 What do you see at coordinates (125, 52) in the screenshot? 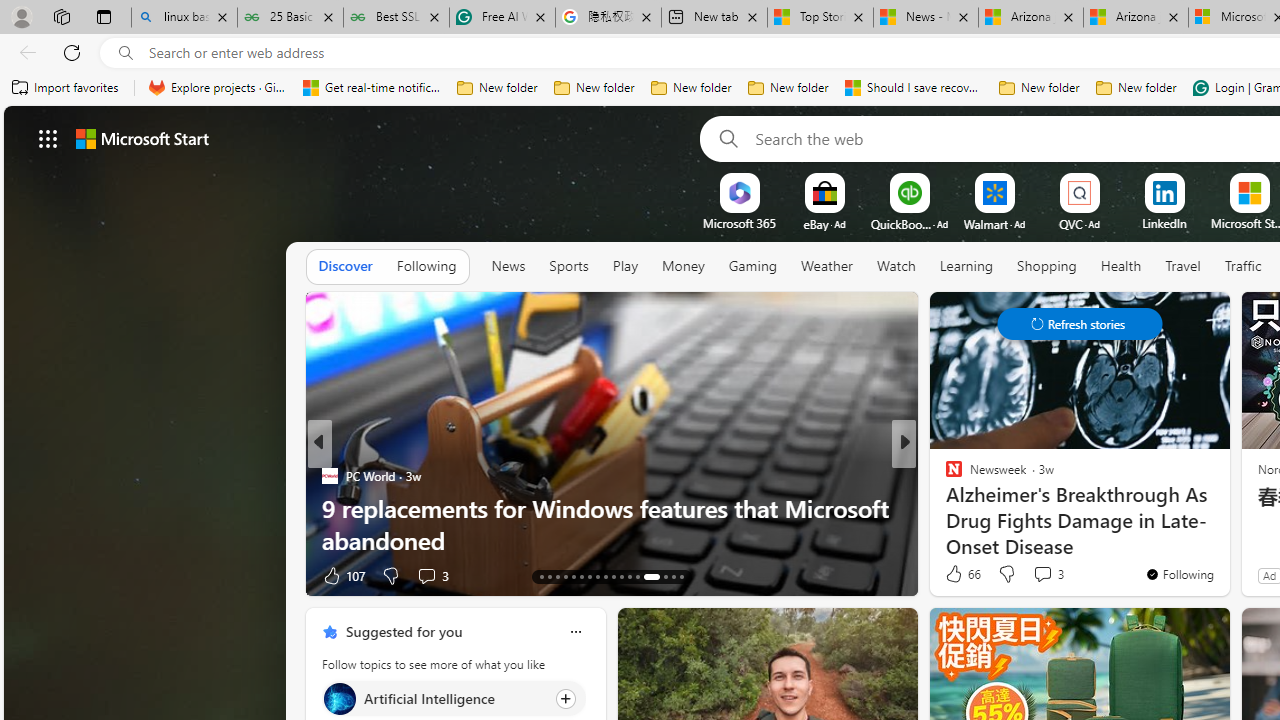
I see `'Search icon'` at bounding box center [125, 52].